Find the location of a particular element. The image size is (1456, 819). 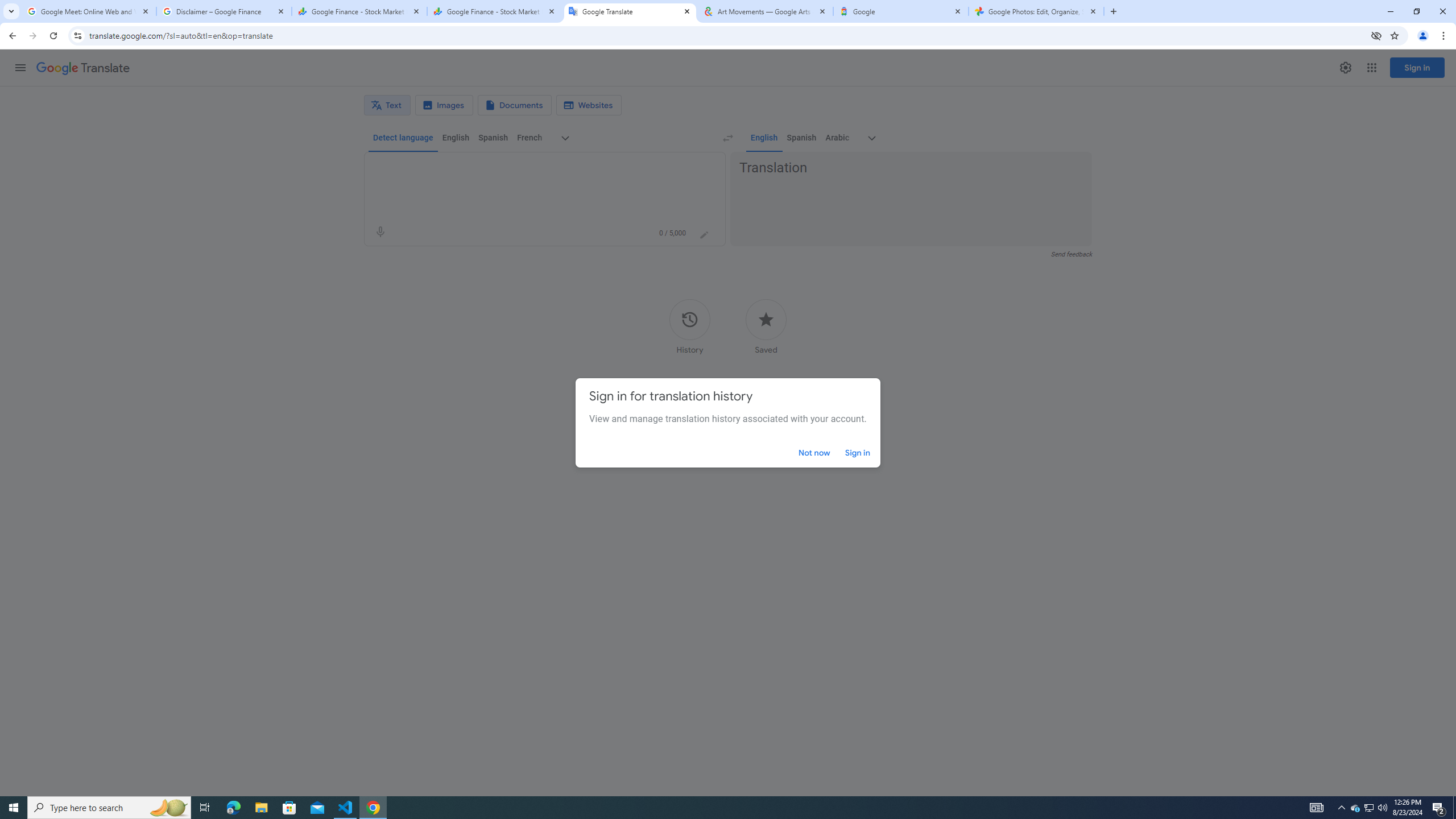

'Not now' is located at coordinates (813, 452).